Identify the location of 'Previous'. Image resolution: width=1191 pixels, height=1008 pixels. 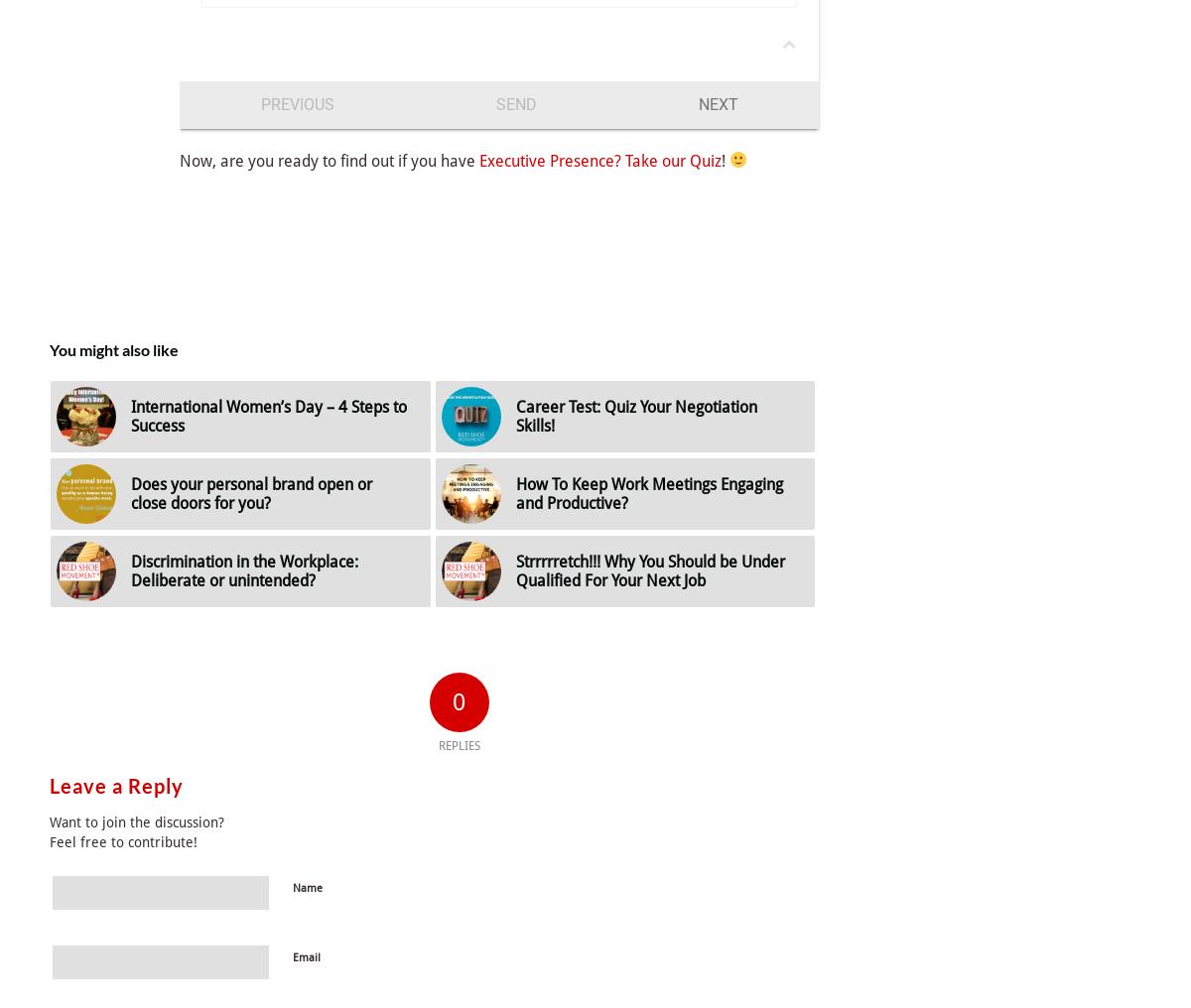
(296, 104).